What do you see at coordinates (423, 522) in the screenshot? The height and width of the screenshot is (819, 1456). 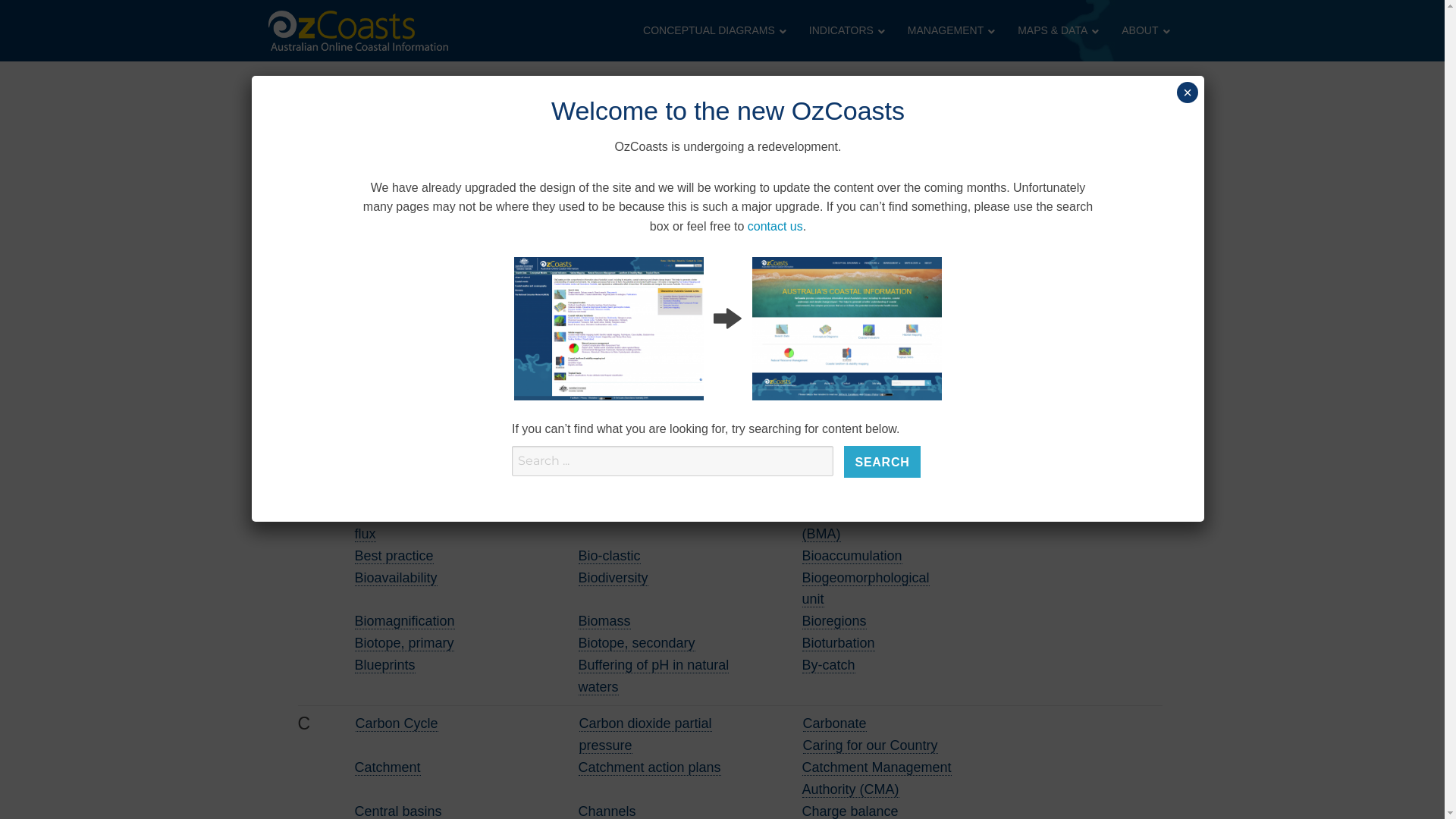 I see `'Benthic carbon dioxide flux'` at bounding box center [423, 522].